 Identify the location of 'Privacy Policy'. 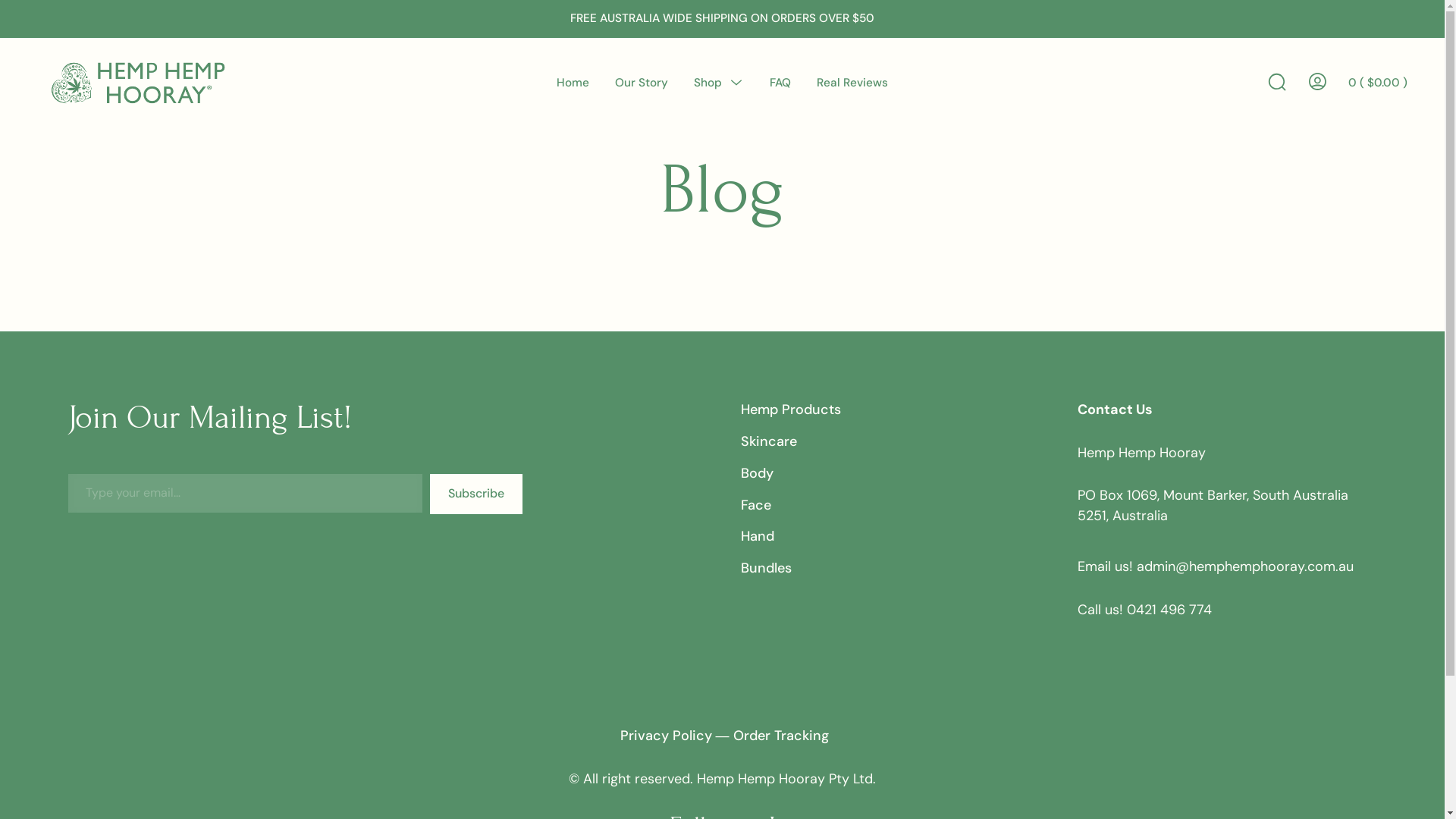
(666, 734).